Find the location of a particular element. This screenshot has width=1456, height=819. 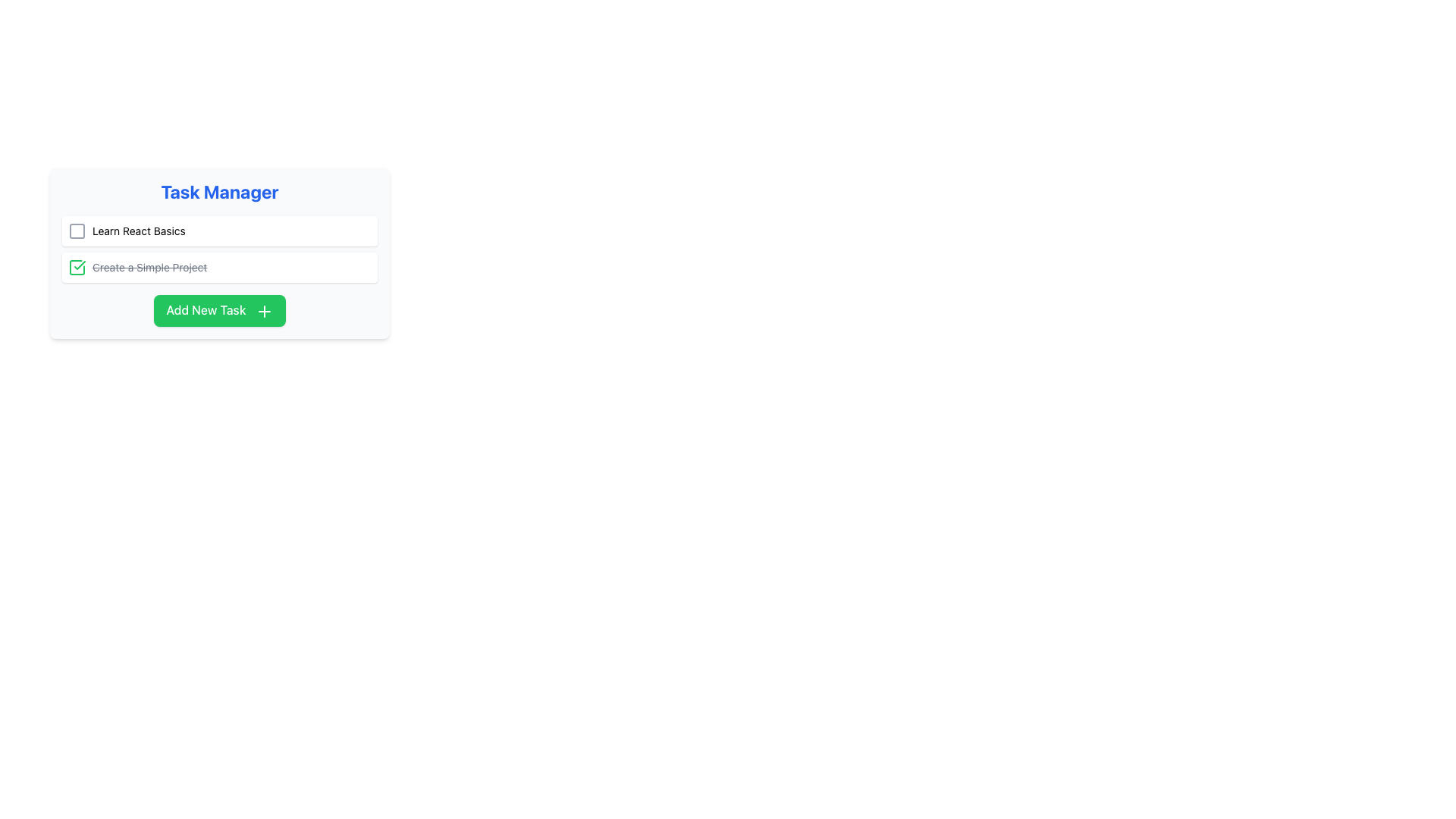

the checkbox indicator located to the left of the text 'Learn React Basics' in the task list interface is located at coordinates (76, 231).